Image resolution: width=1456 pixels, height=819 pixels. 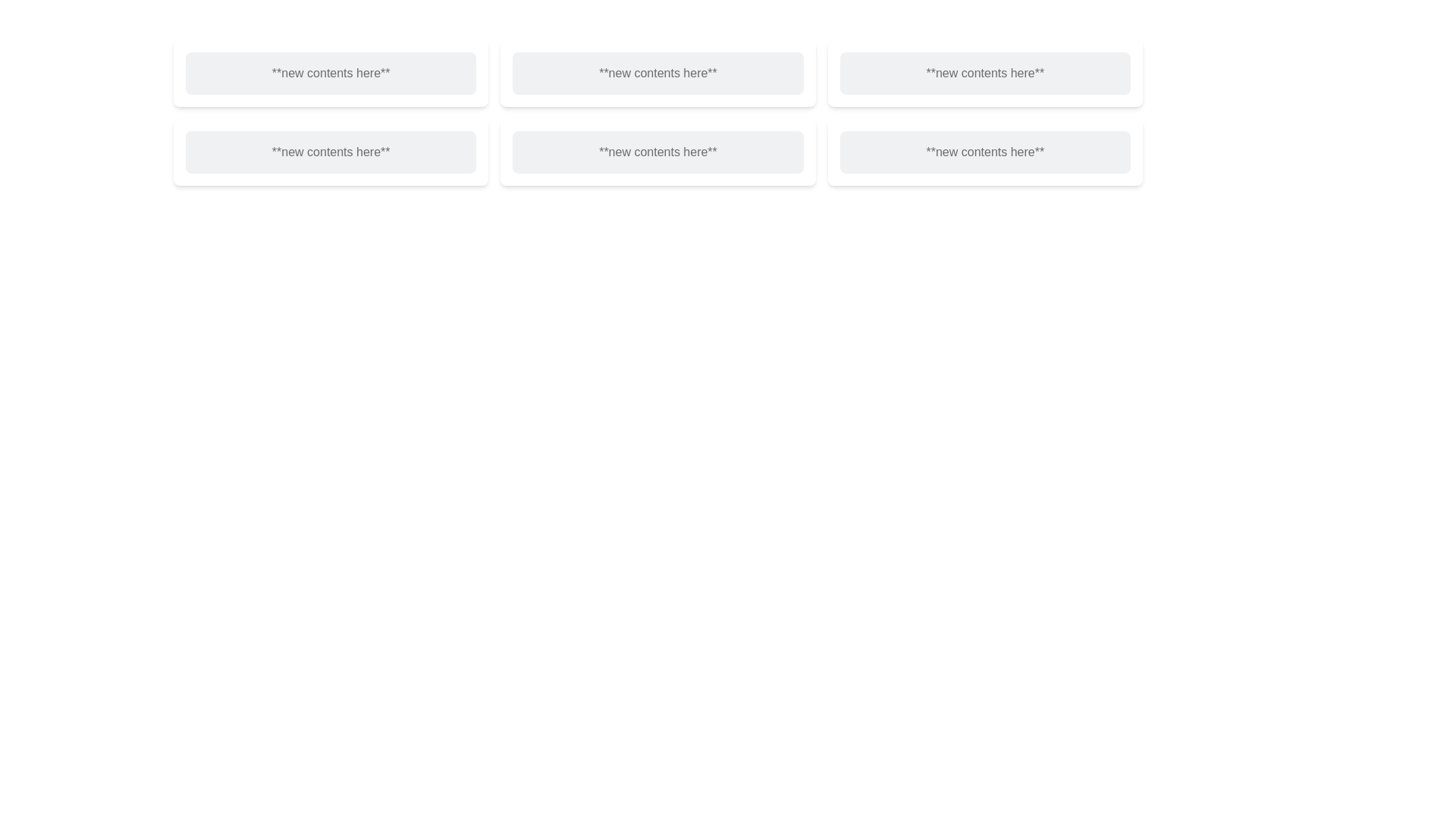 What do you see at coordinates (658, 152) in the screenshot?
I see `the rectangular card with a light gray background and bold text '**new contents here**' located in the second row, second column of the grid layout` at bounding box center [658, 152].